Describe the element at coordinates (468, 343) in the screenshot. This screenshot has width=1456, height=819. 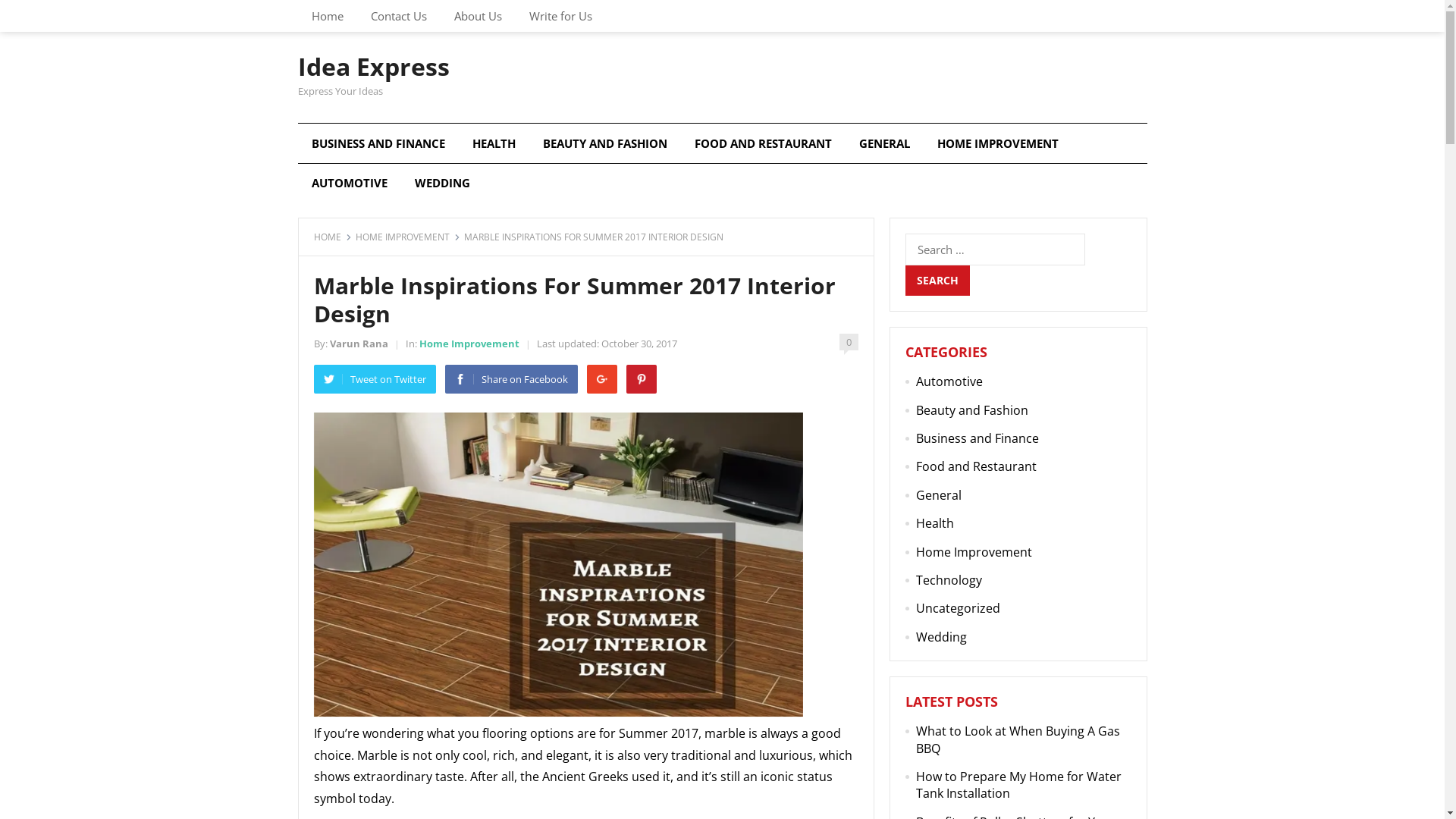
I see `'Home Improvement'` at that location.